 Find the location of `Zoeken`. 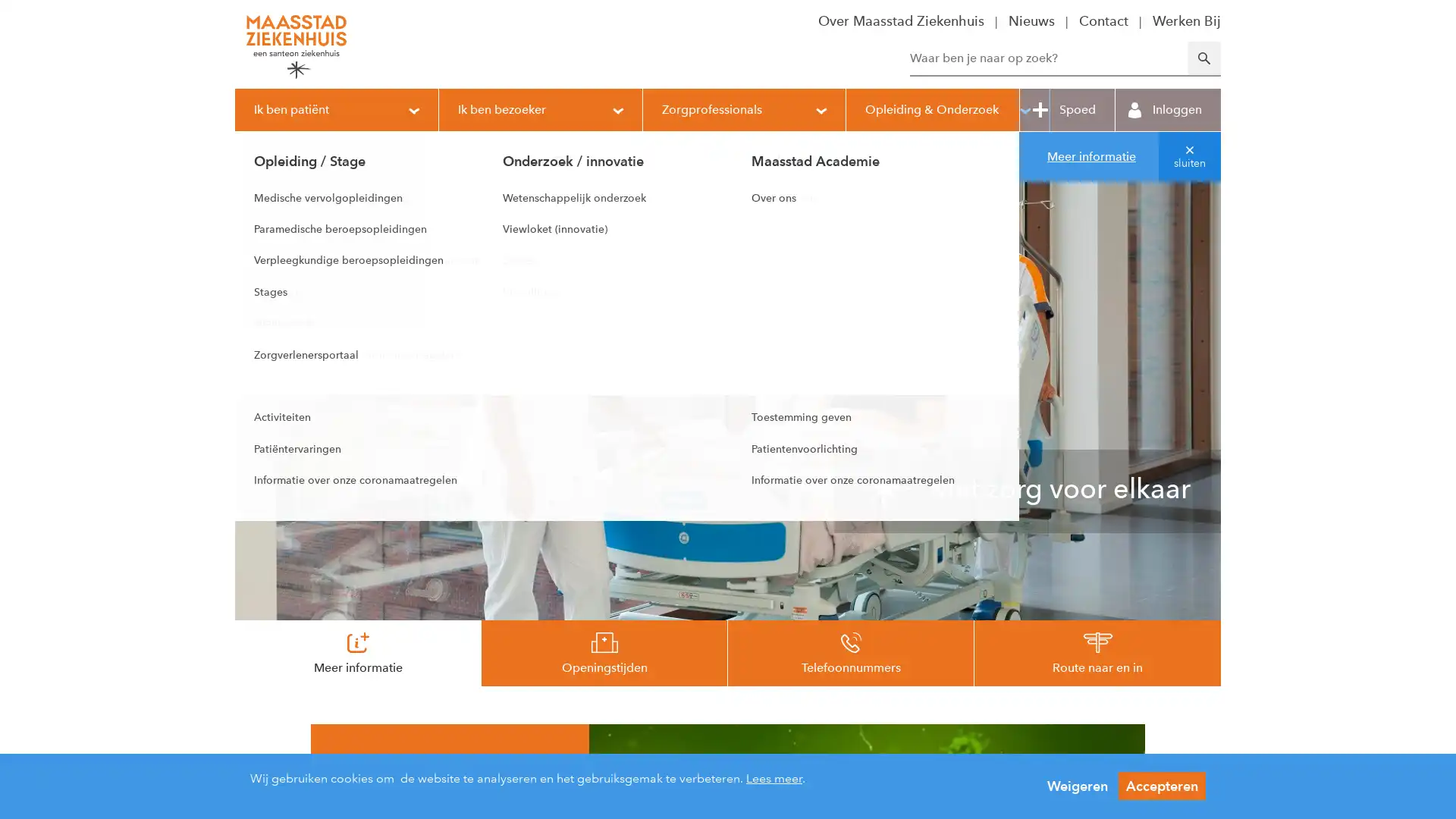

Zoeken is located at coordinates (1203, 58).